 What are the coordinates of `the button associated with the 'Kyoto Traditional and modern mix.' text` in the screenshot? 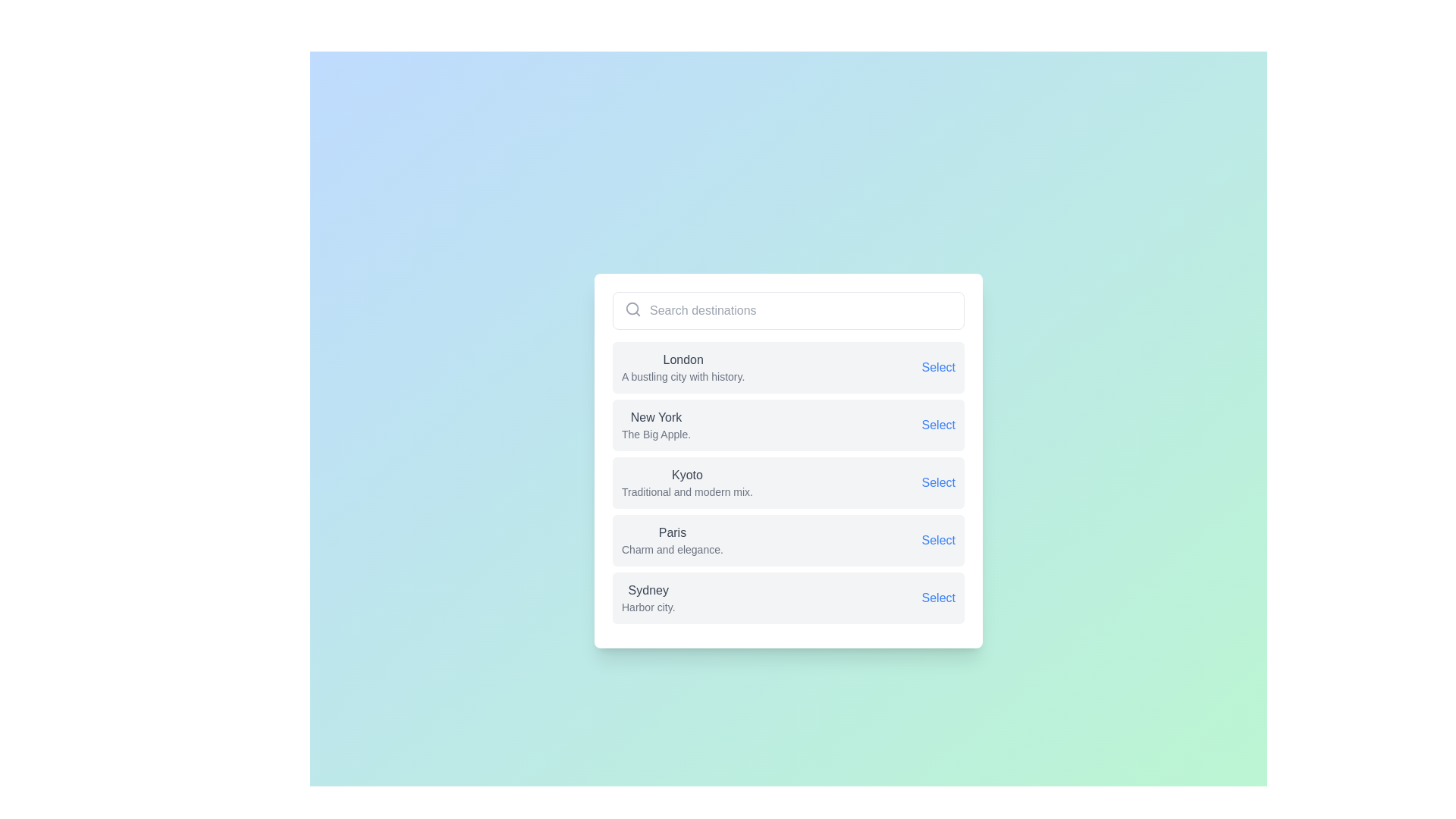 It's located at (937, 482).